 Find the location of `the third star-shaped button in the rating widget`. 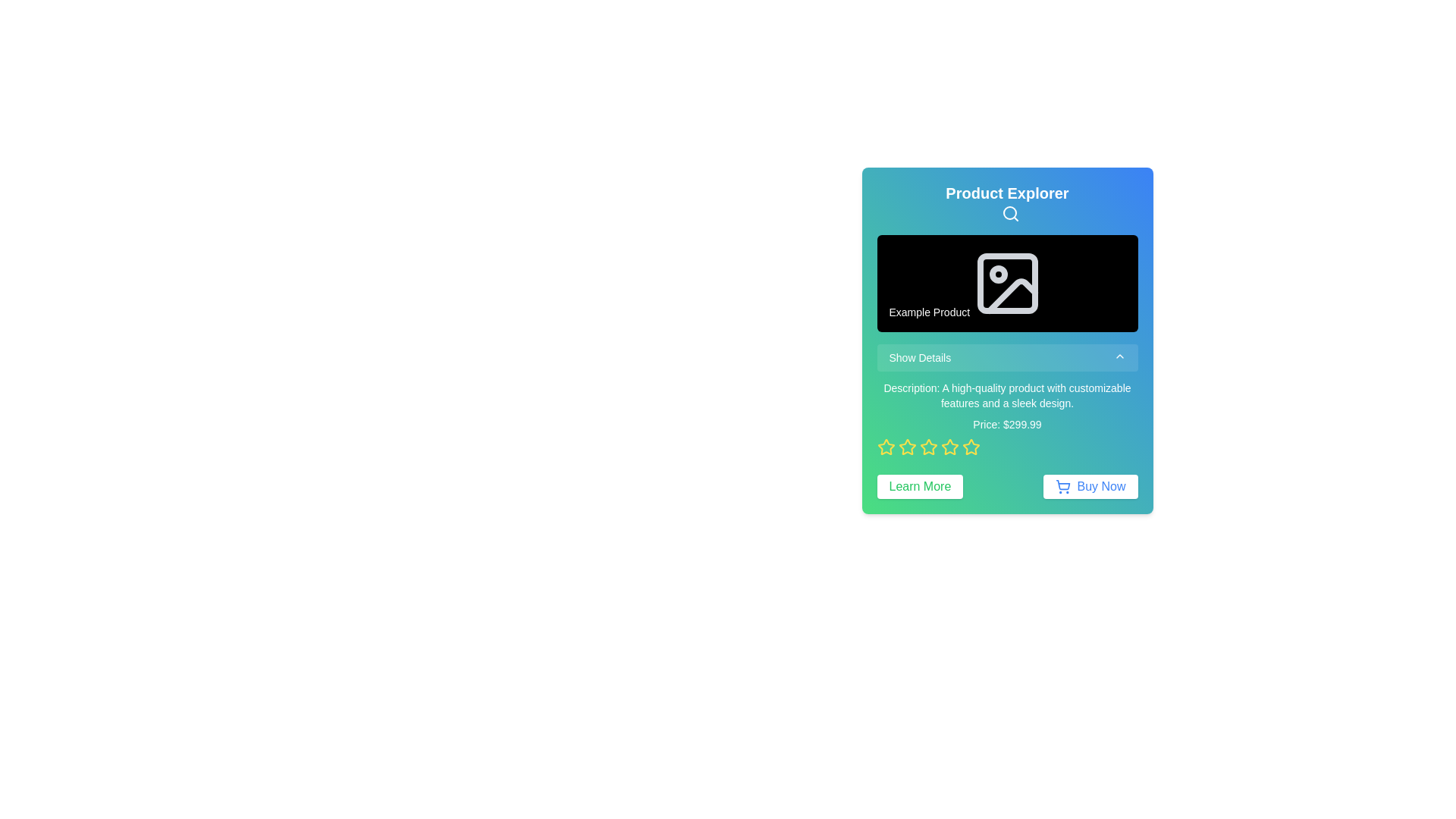

the third star-shaped button in the rating widget is located at coordinates (927, 446).